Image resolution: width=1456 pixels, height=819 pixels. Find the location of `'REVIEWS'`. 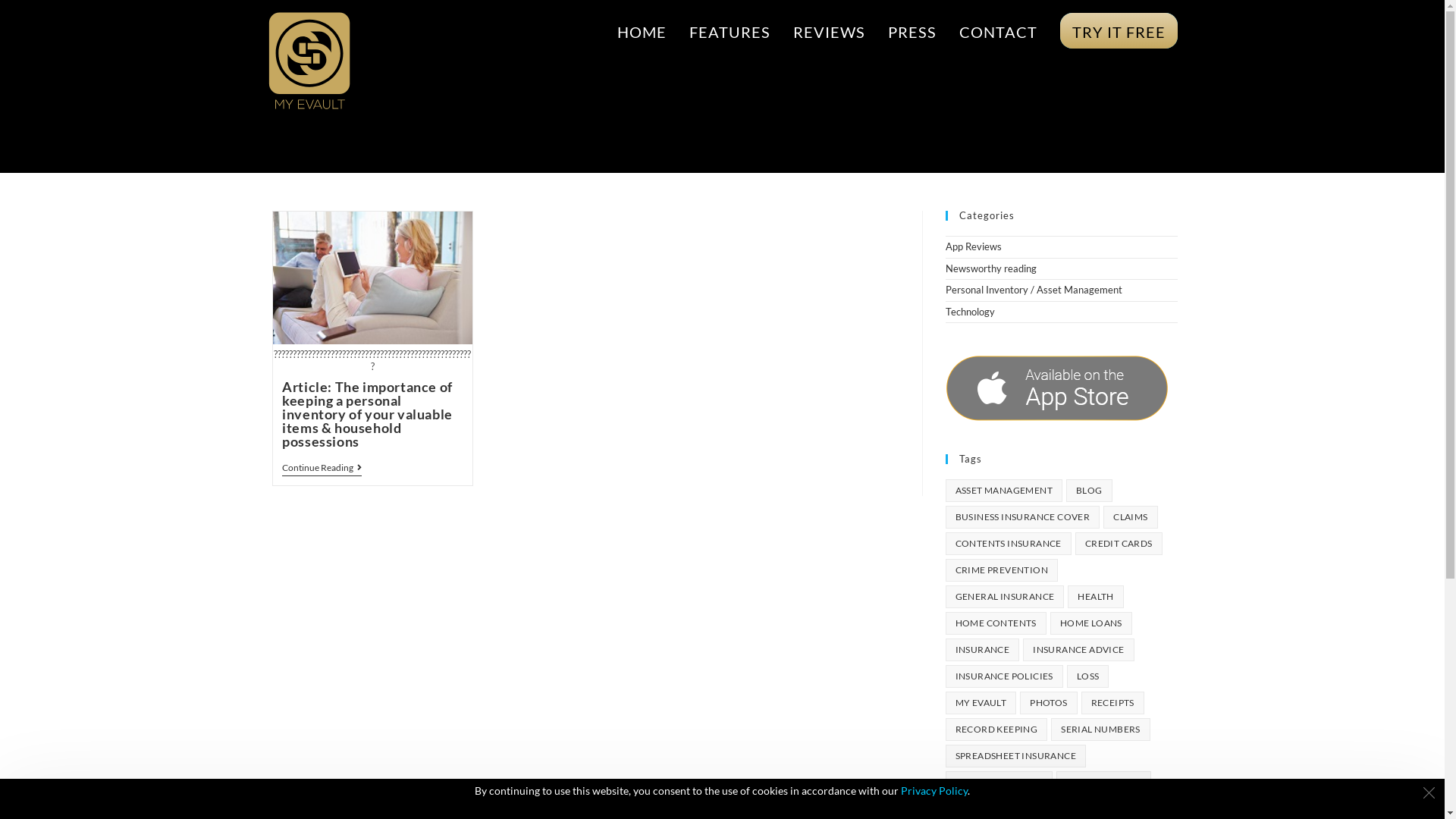

'REVIEWS' is located at coordinates (781, 32).